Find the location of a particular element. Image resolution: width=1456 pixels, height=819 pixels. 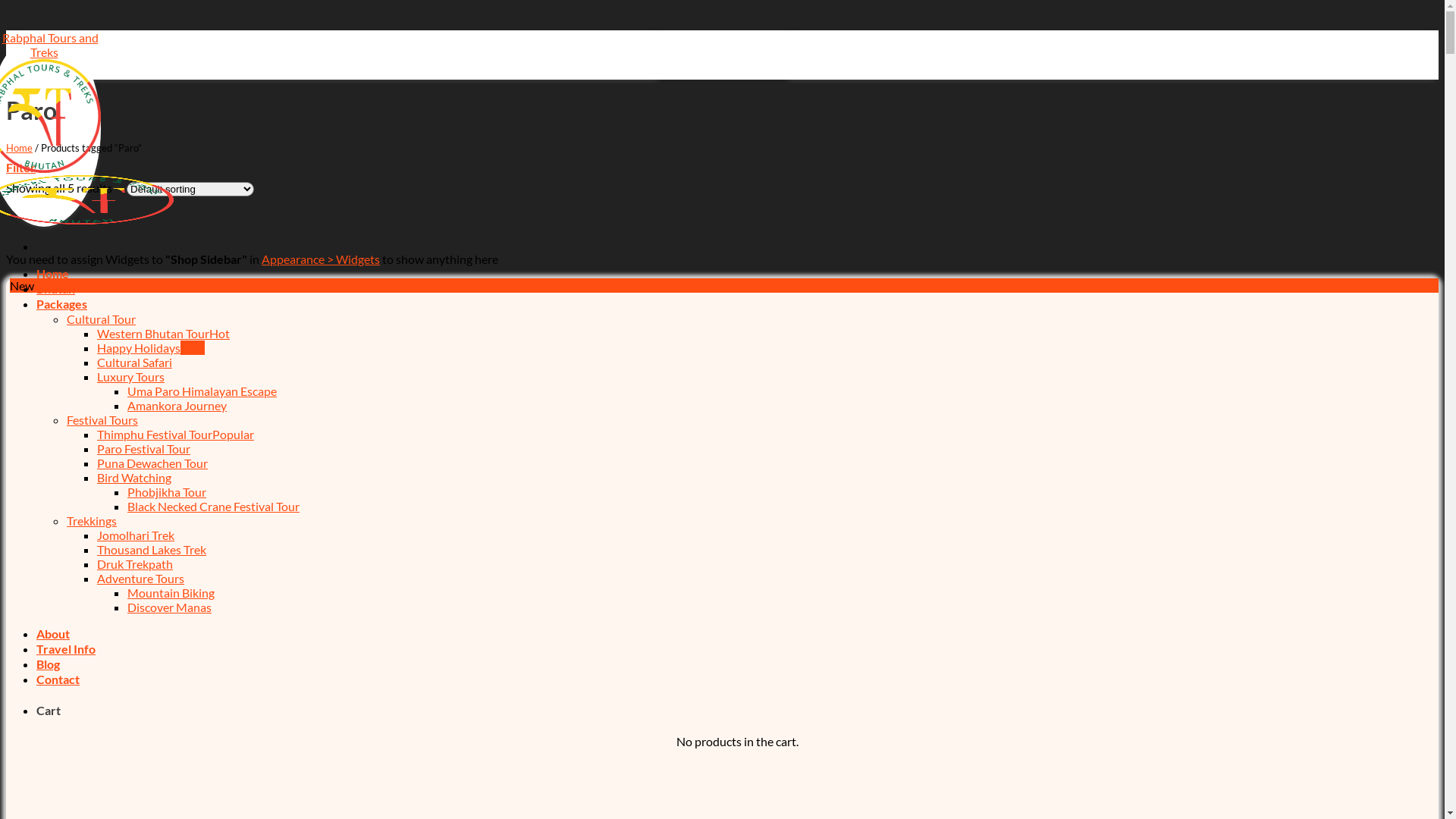

'Jomolhari Trek' is located at coordinates (135, 534).